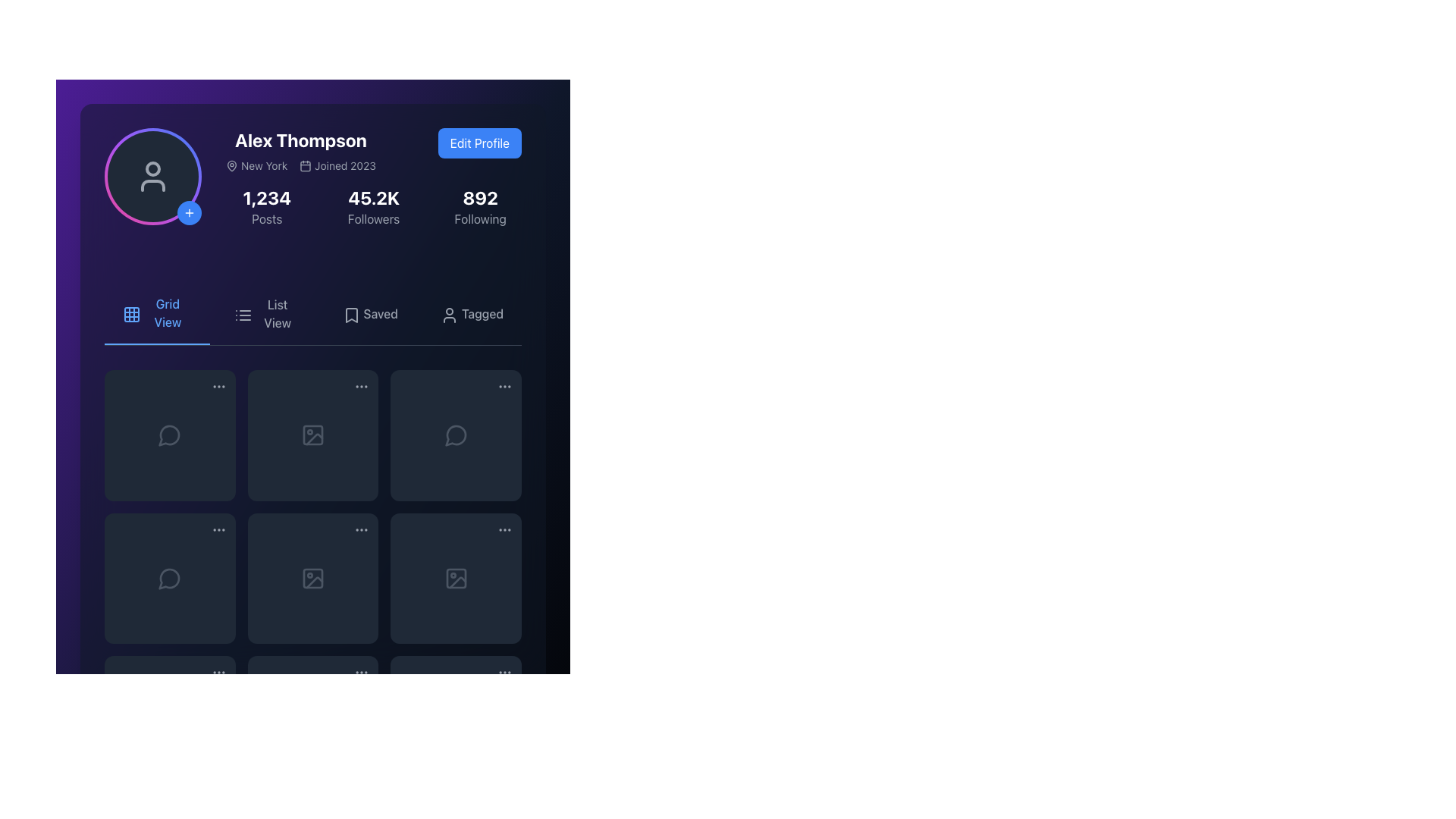  What do you see at coordinates (370, 312) in the screenshot?
I see `the navigation button for saved posts, located in the third position among the four main navigation tabs below the user's profile information` at bounding box center [370, 312].